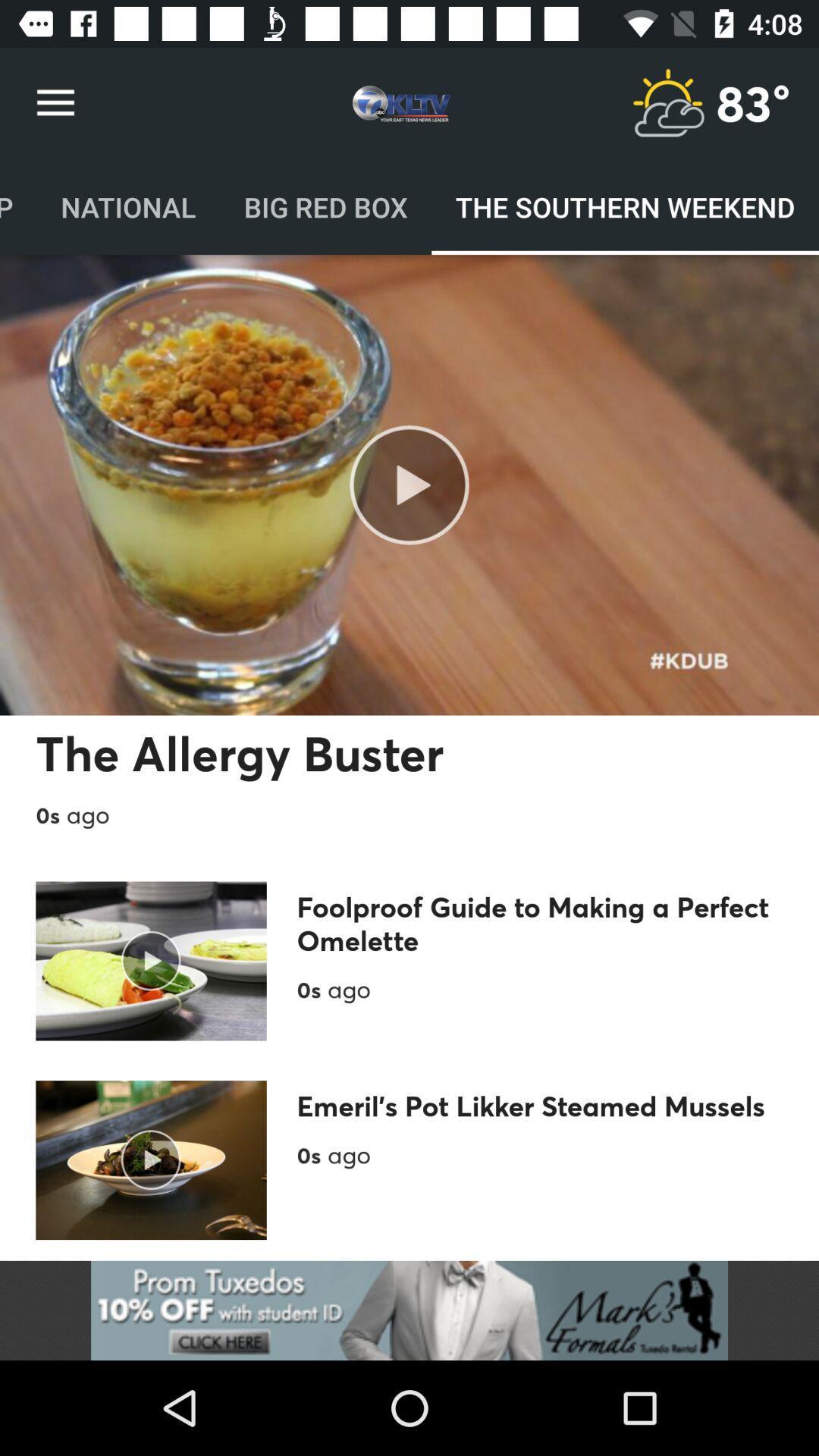 Image resolution: width=819 pixels, height=1456 pixels. Describe the element at coordinates (667, 102) in the screenshot. I see `advertisement` at that location.